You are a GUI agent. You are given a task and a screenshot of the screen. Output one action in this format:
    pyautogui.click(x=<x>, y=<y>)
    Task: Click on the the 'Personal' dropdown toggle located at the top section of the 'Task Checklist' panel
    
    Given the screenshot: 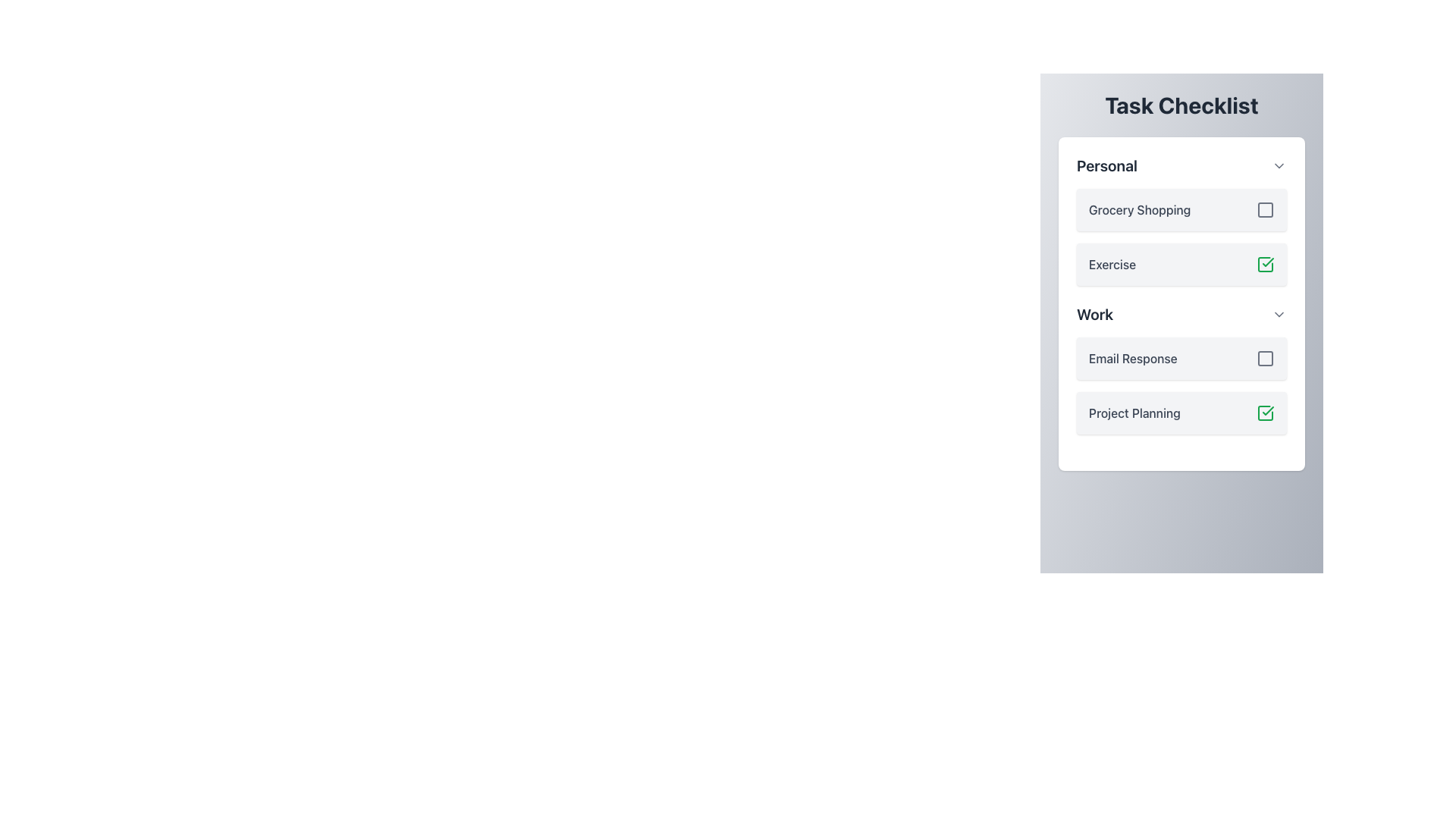 What is the action you would take?
    pyautogui.click(x=1181, y=166)
    